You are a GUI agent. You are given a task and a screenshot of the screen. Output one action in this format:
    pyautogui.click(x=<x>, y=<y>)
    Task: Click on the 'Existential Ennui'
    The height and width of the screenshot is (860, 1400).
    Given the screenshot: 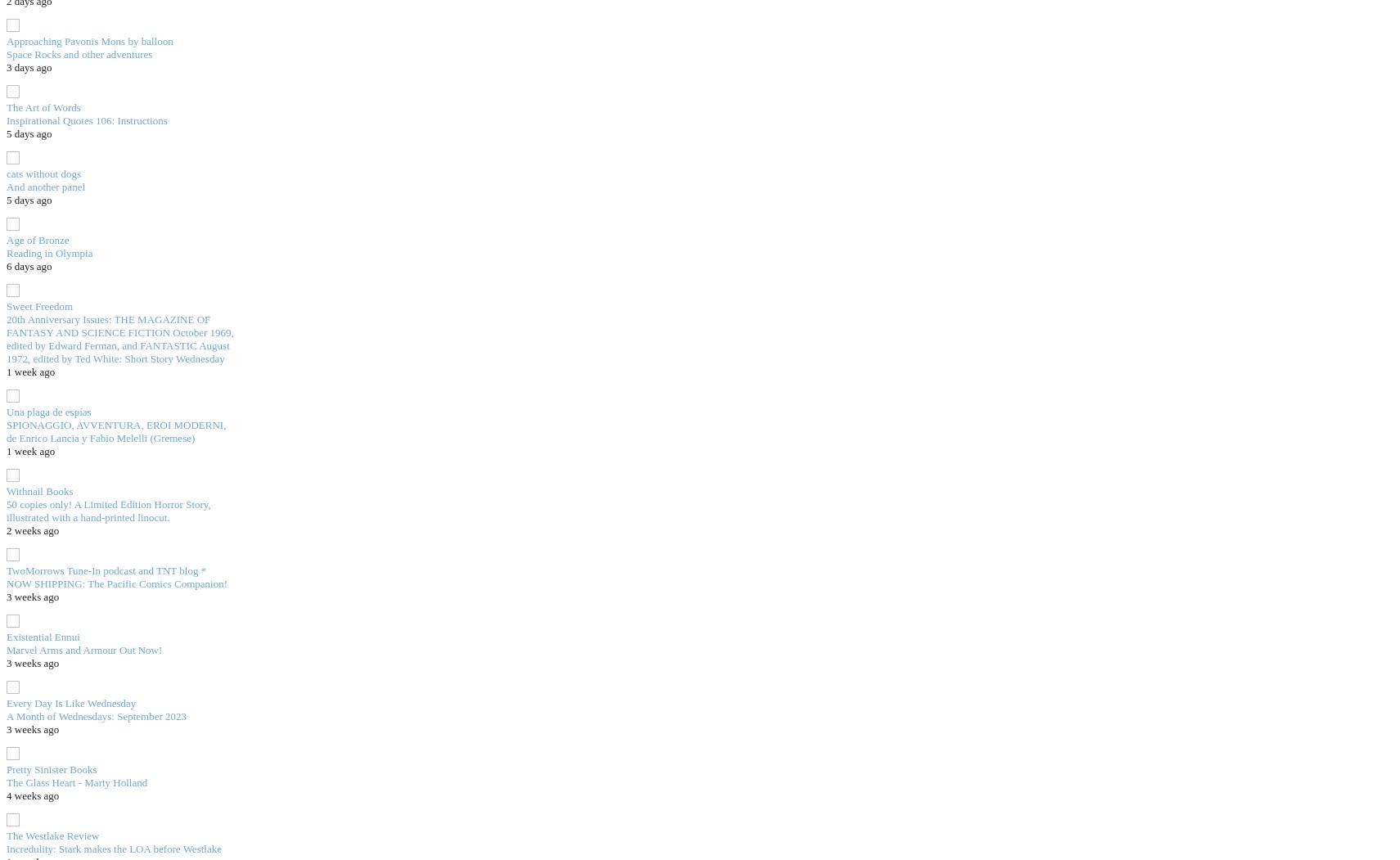 What is the action you would take?
    pyautogui.click(x=42, y=635)
    